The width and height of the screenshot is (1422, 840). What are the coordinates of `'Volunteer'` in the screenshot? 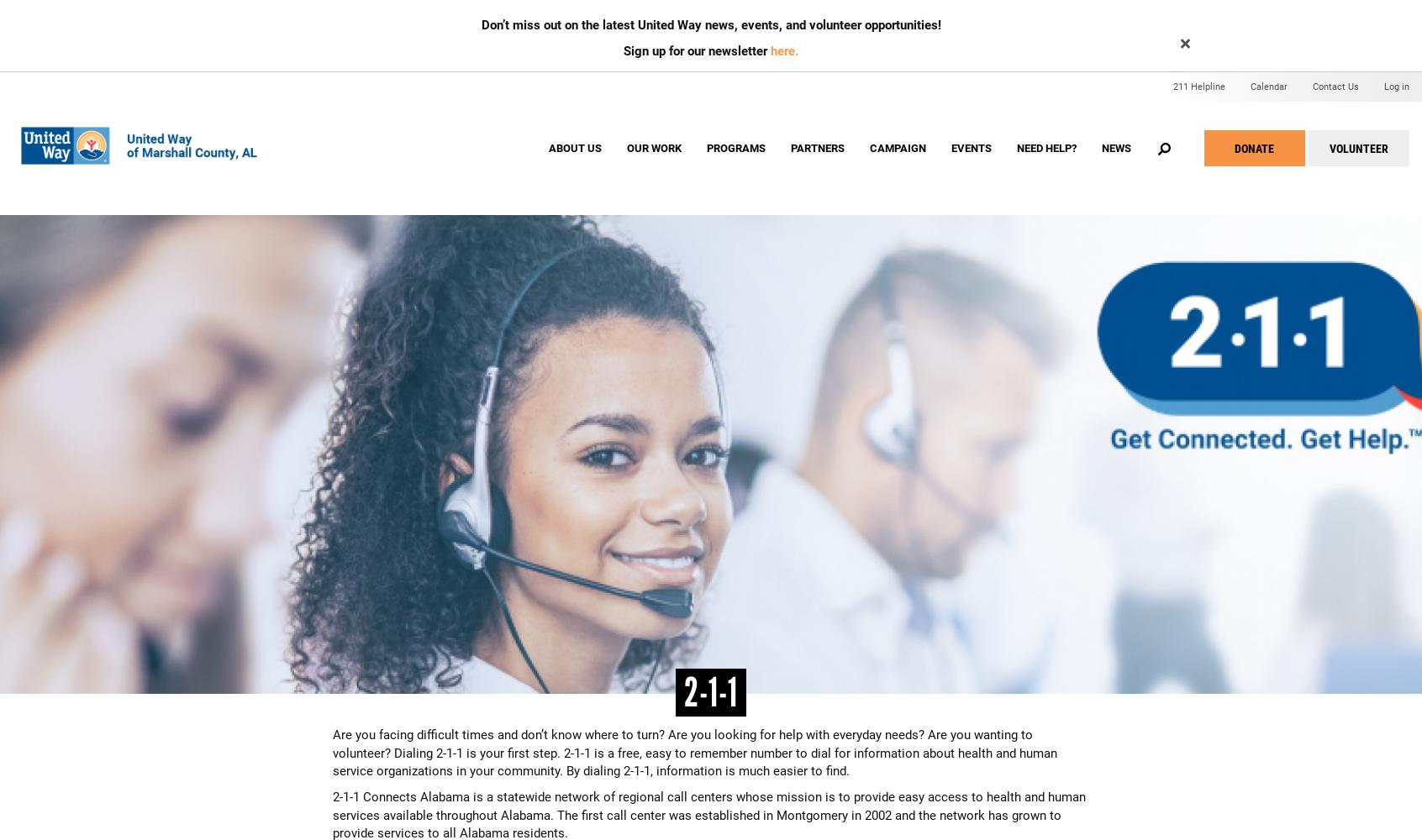 It's located at (1328, 148).